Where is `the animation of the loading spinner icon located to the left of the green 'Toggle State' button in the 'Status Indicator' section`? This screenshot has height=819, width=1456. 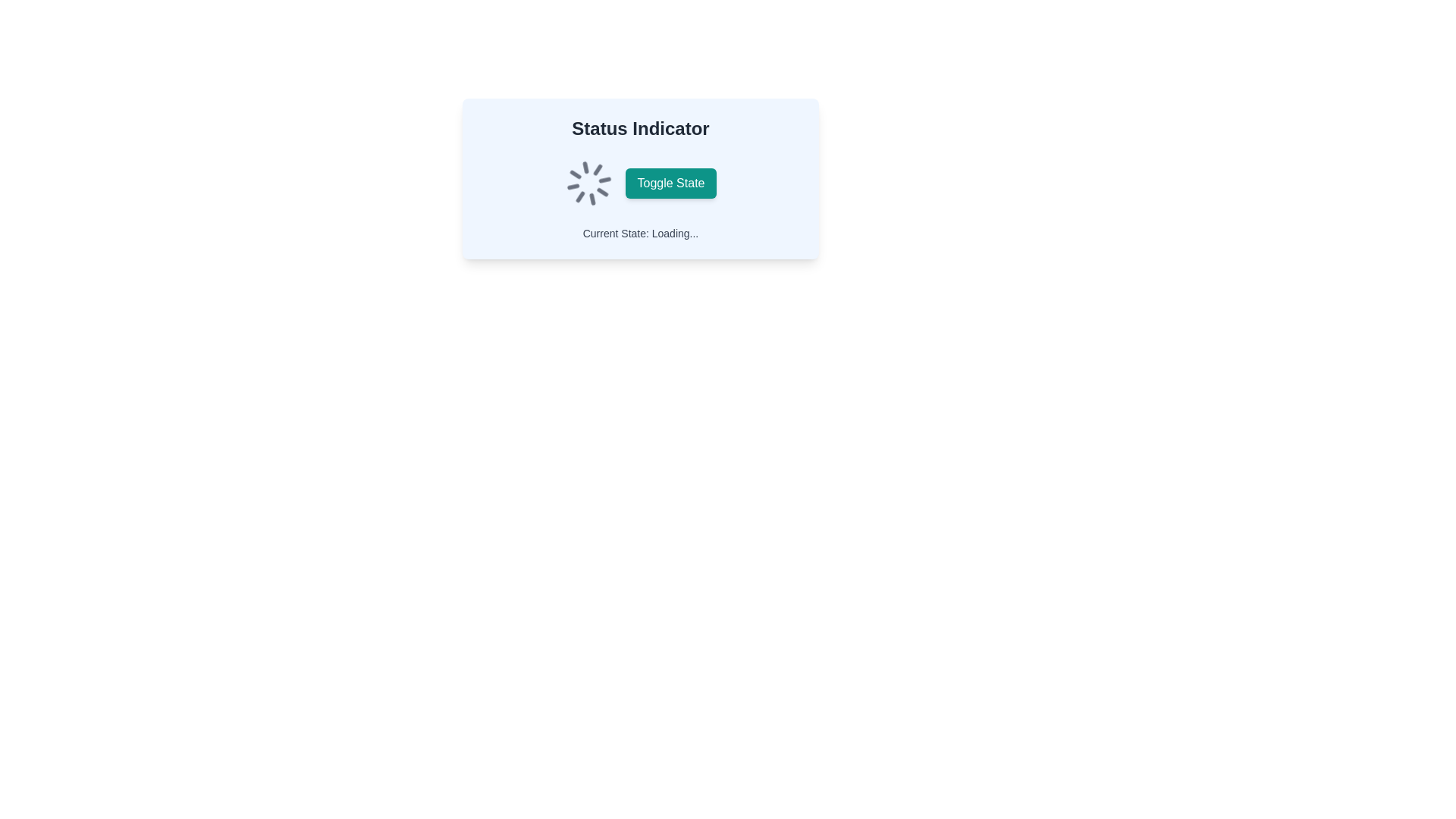
the animation of the loading spinner icon located to the left of the green 'Toggle State' button in the 'Status Indicator' section is located at coordinates (588, 183).